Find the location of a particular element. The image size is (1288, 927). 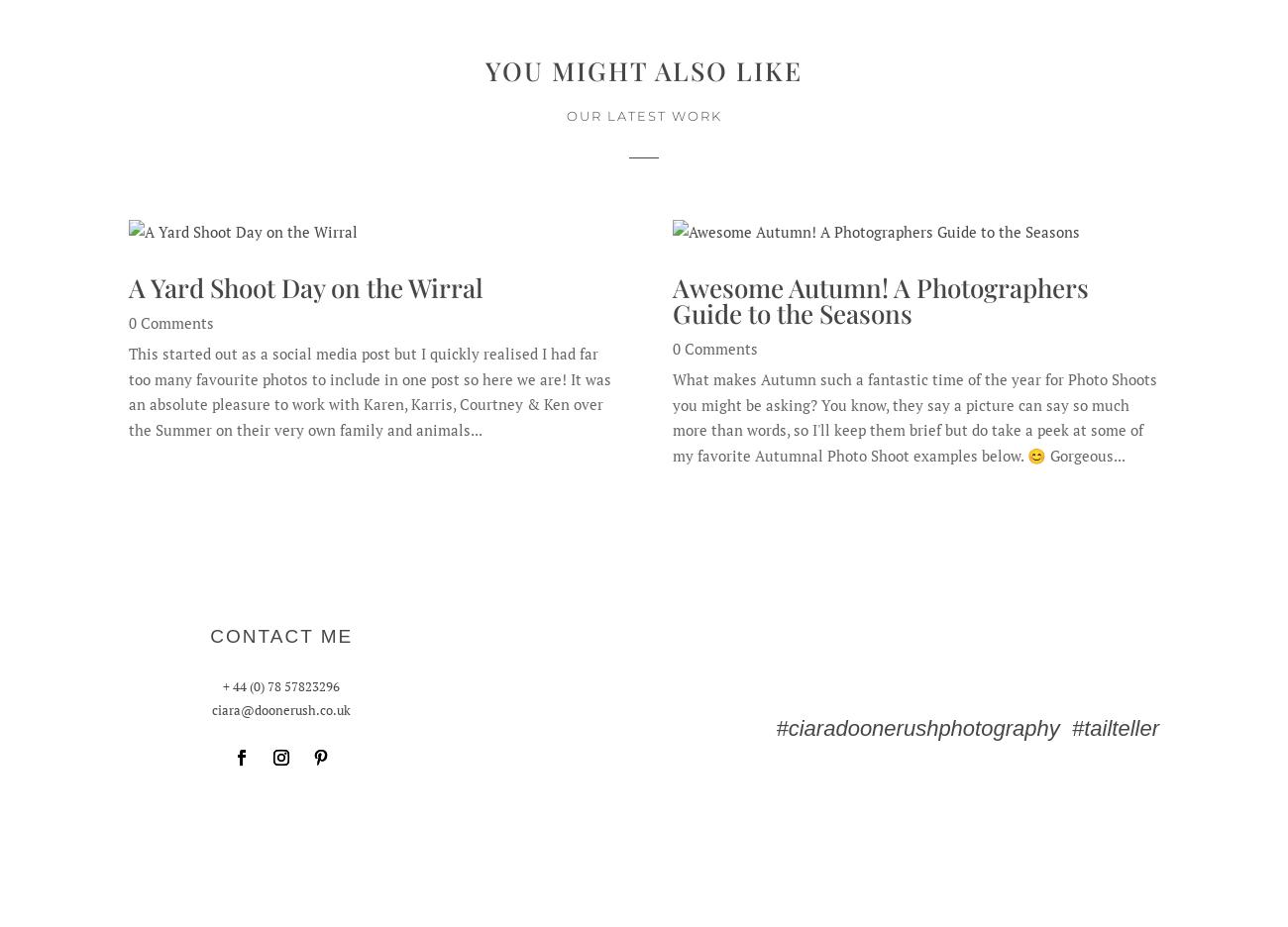

'OUR LATEST WORK' is located at coordinates (564, 115).